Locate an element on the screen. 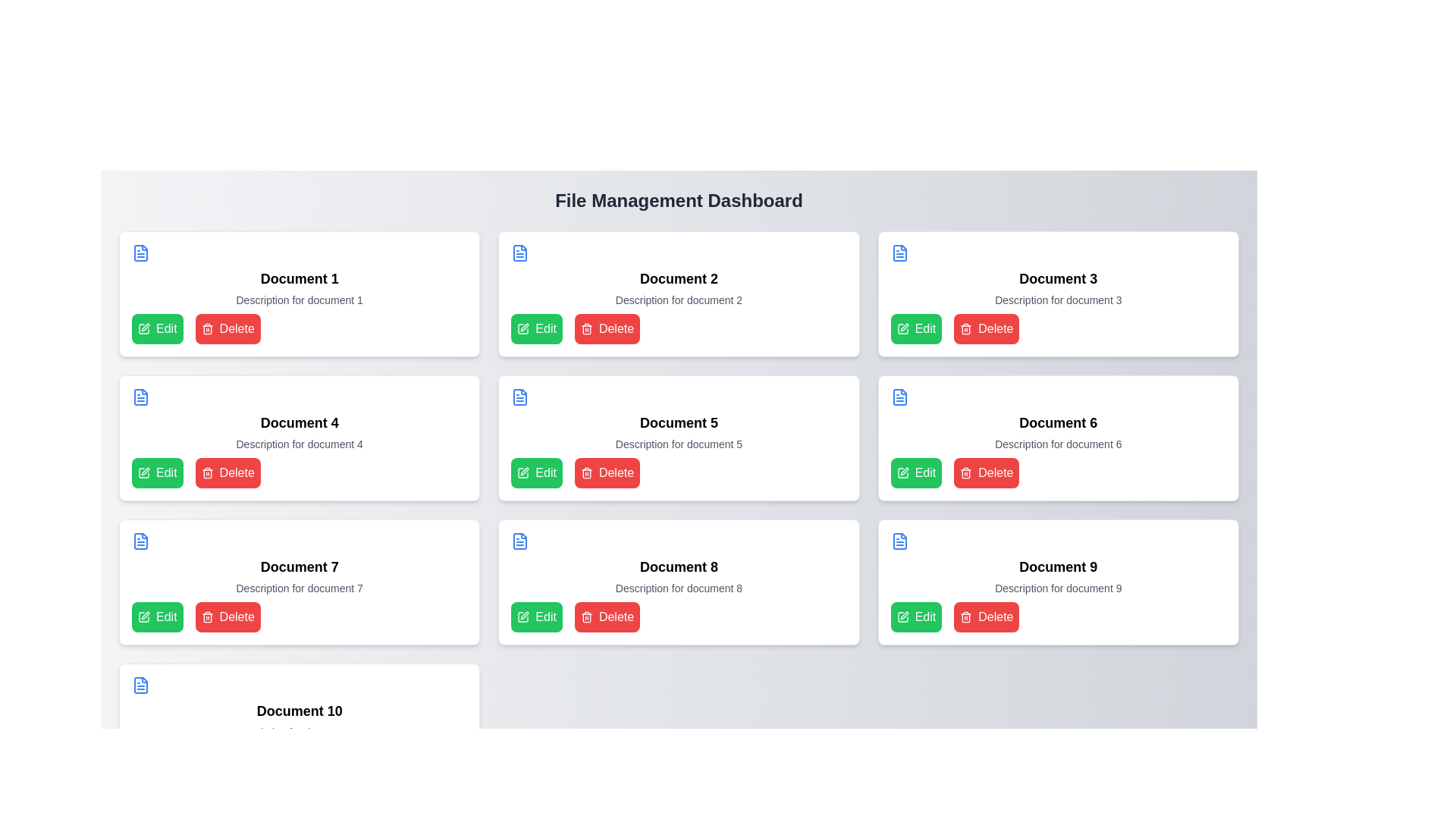 This screenshot has width=1456, height=819. the text label containing 'Description for document 8' situated below the title 'Document 8' in the card with rounded corners is located at coordinates (678, 587).